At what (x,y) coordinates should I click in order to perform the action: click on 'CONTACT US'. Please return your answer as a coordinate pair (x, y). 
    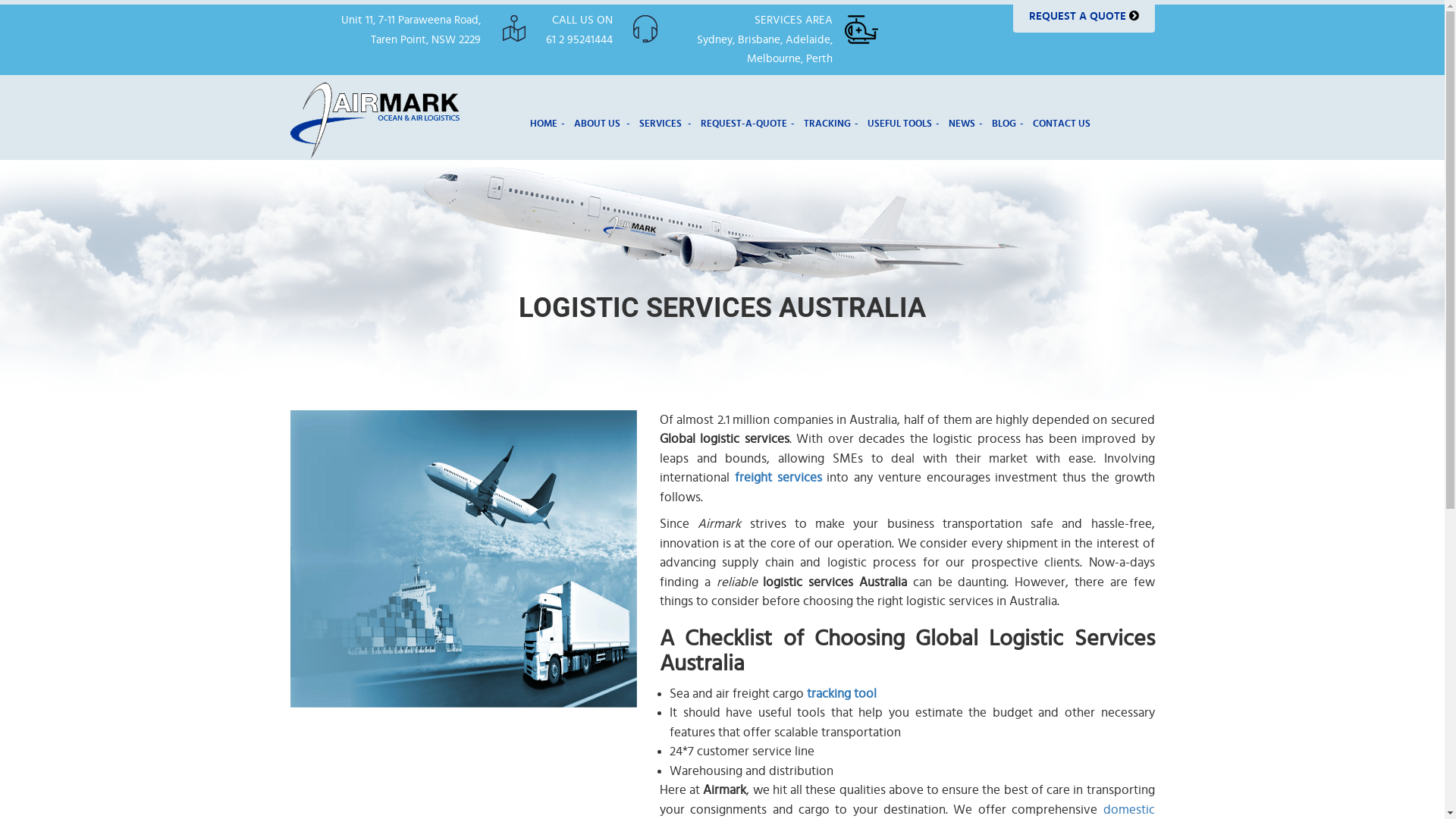
    Looking at the image, I should click on (1030, 122).